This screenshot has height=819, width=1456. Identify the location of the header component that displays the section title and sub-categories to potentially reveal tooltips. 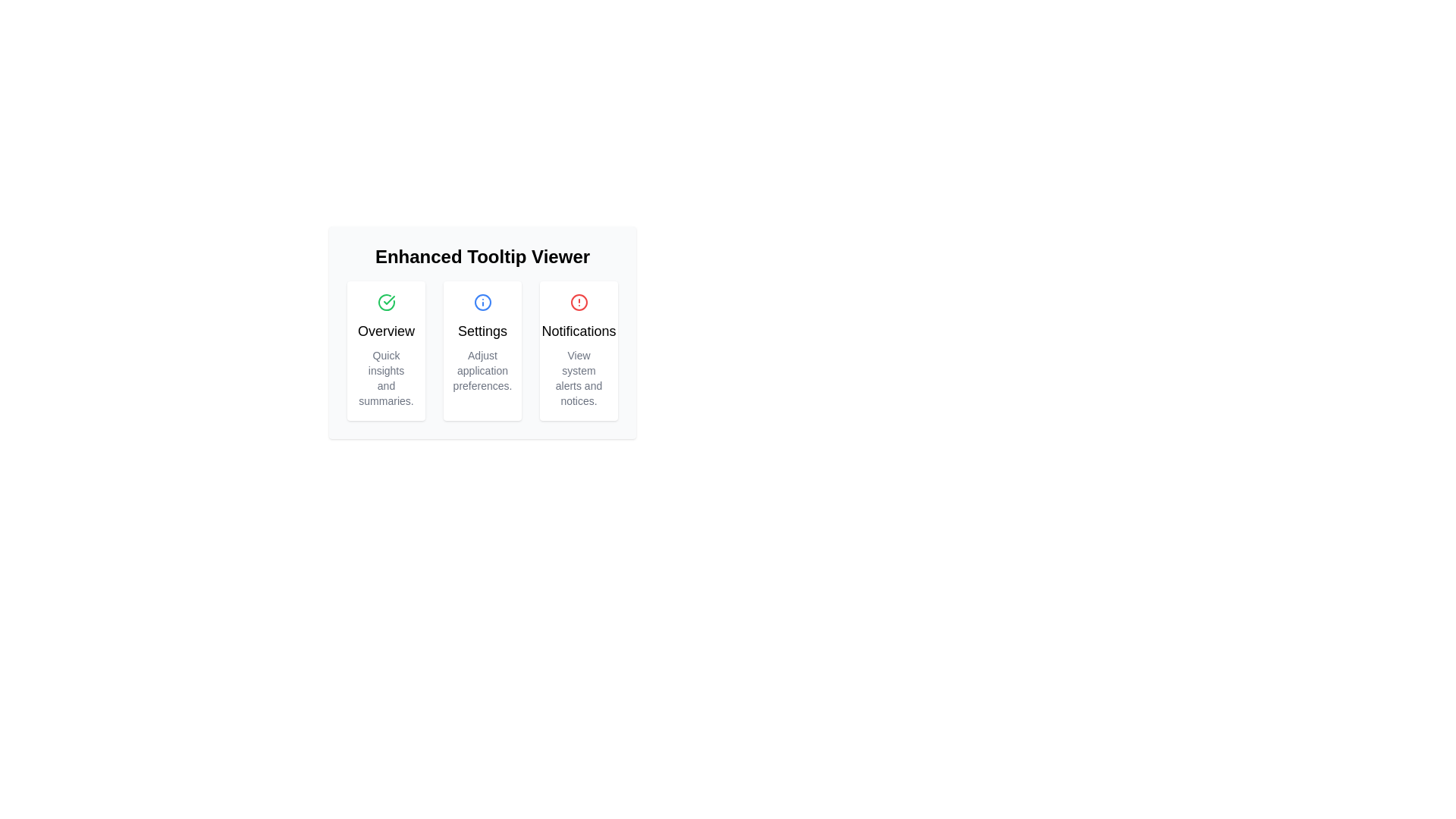
(482, 332).